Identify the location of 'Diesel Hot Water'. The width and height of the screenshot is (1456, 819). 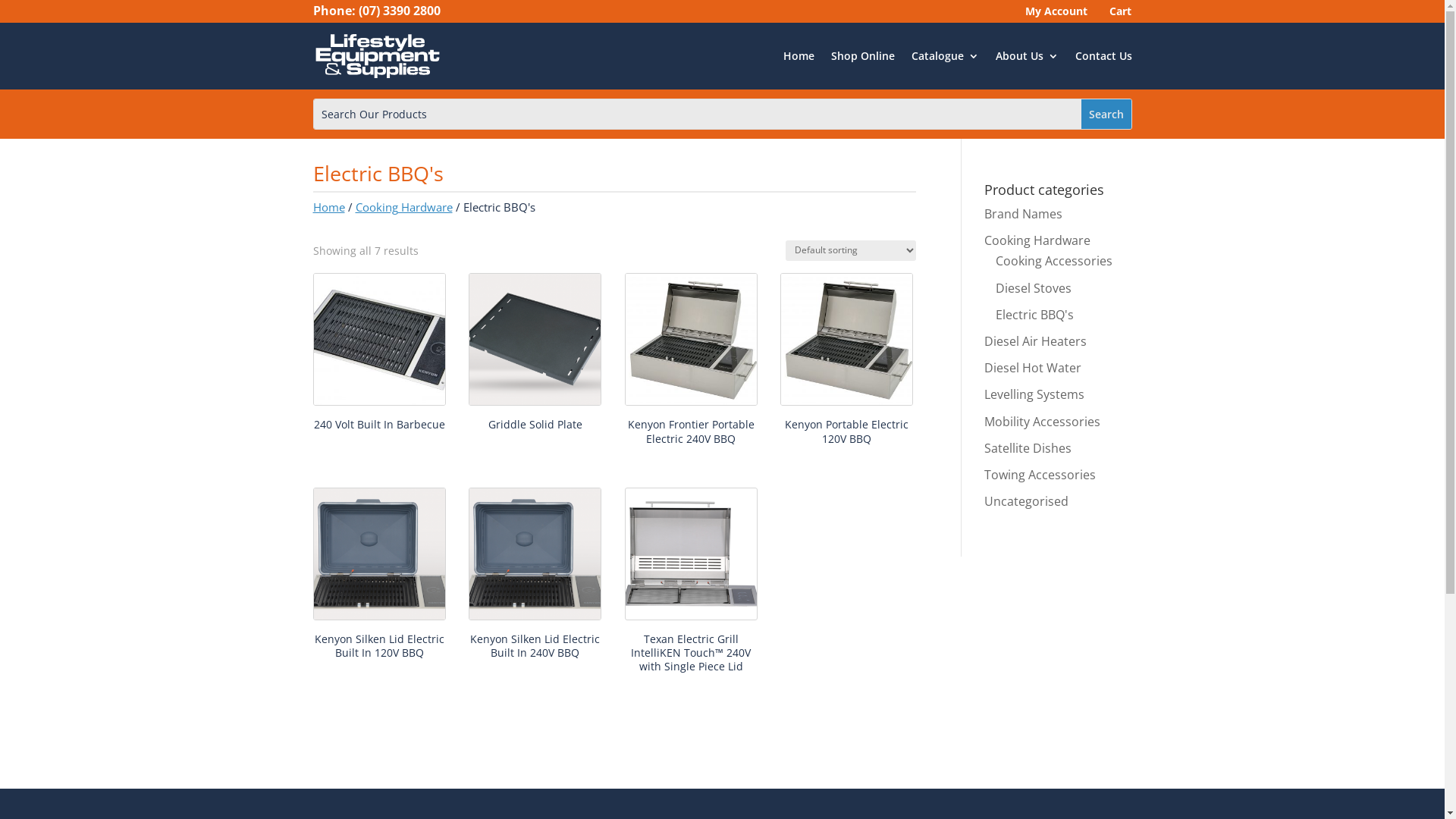
(1032, 368).